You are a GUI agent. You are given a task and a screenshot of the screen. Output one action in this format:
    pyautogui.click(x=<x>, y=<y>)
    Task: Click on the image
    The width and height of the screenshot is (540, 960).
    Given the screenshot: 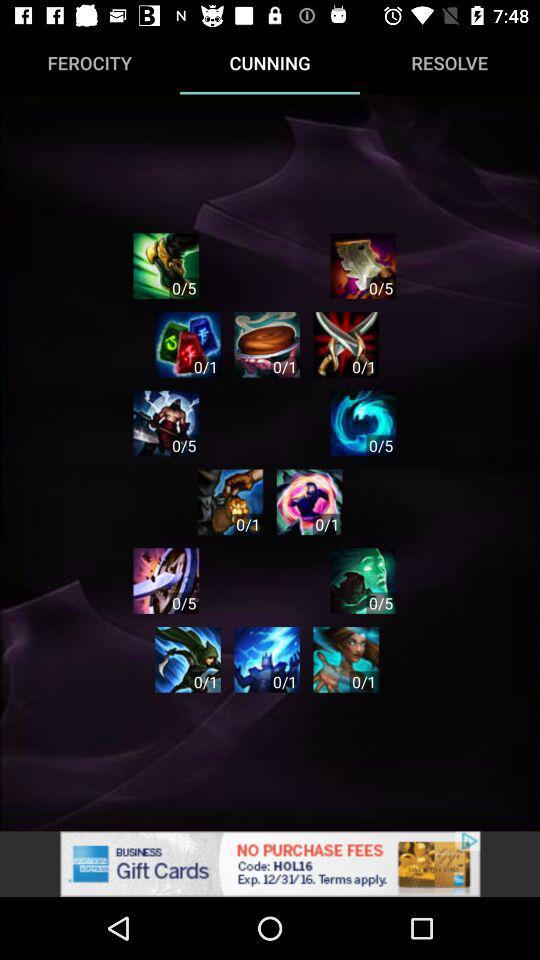 What is the action you would take?
    pyautogui.click(x=165, y=423)
    